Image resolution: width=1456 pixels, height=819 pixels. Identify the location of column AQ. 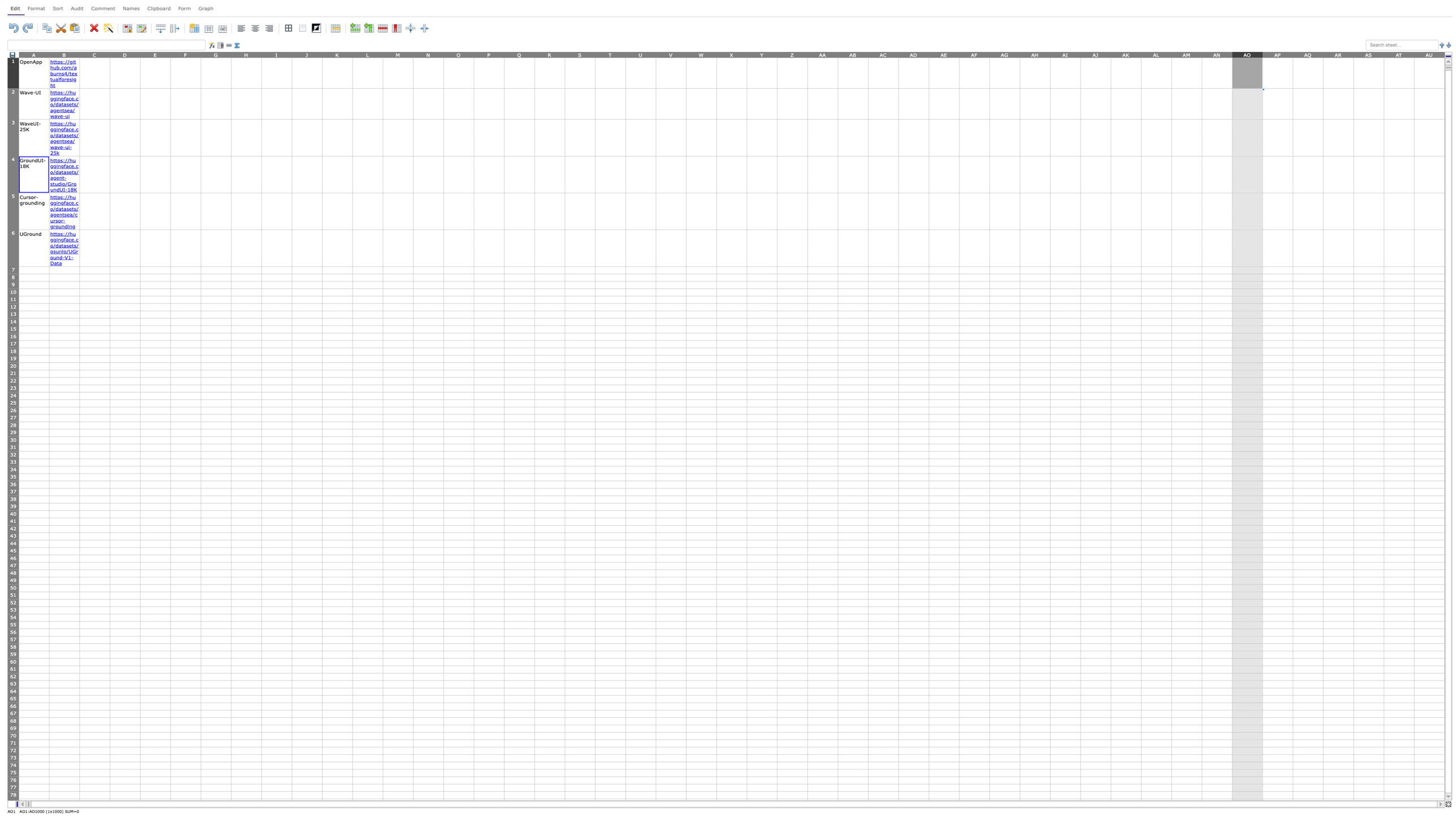
(1307, 54).